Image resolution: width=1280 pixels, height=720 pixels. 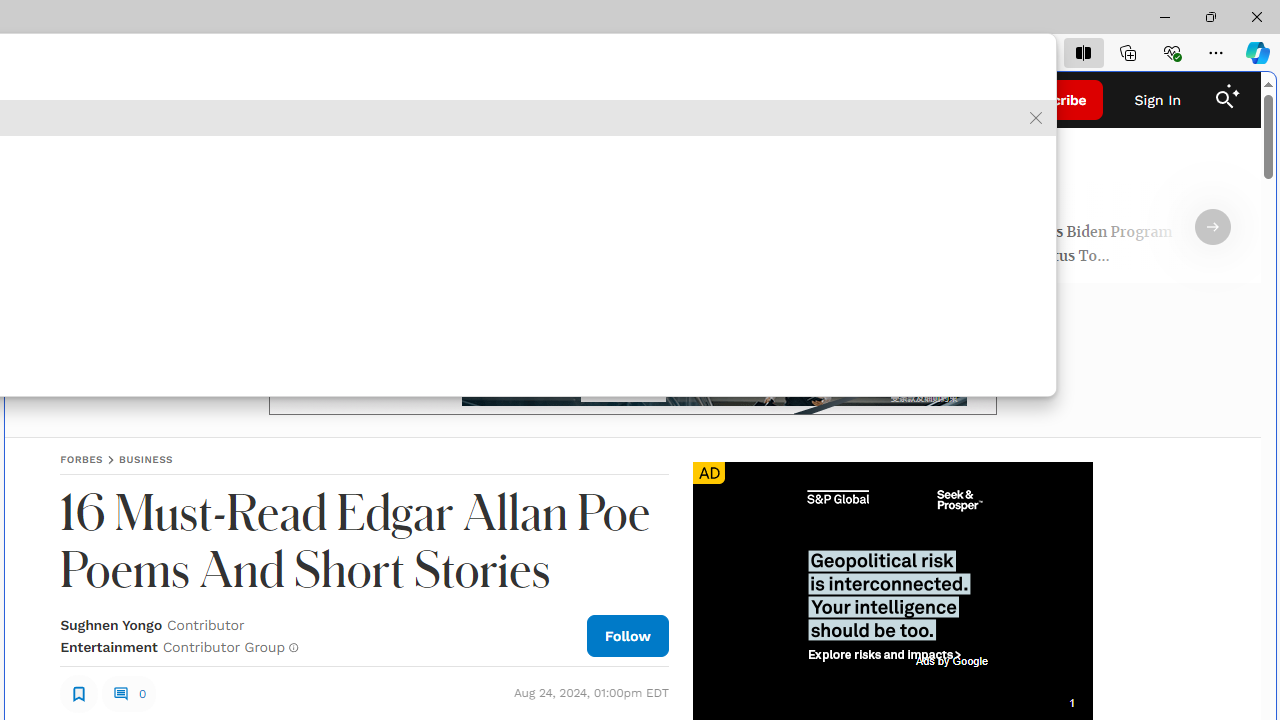 What do you see at coordinates (1052, 100) in the screenshot?
I see `'Subscribe'` at bounding box center [1052, 100].